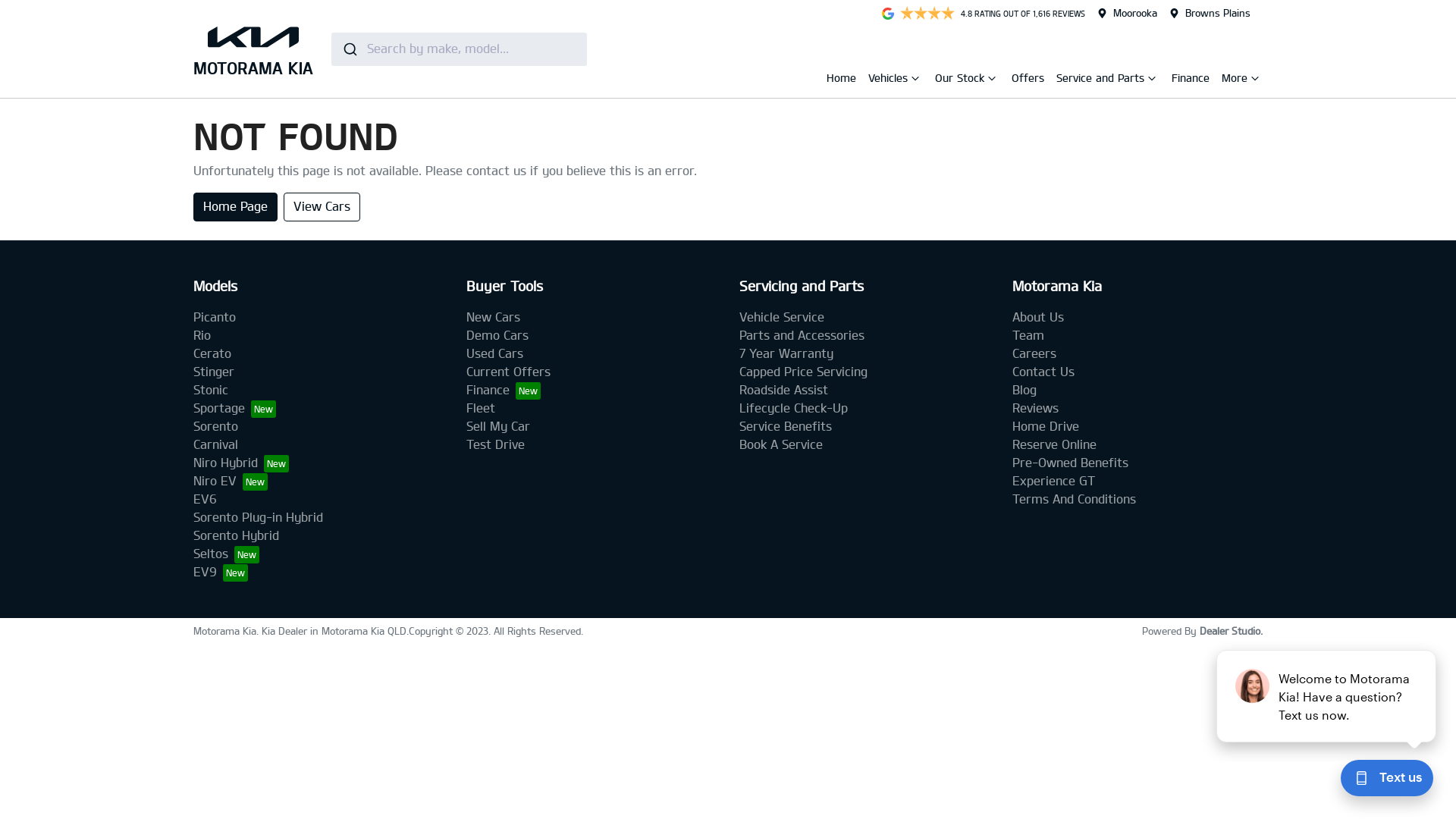 The image size is (1456, 819). Describe the element at coordinates (1012, 499) in the screenshot. I see `'Terms And Conditions'` at that location.